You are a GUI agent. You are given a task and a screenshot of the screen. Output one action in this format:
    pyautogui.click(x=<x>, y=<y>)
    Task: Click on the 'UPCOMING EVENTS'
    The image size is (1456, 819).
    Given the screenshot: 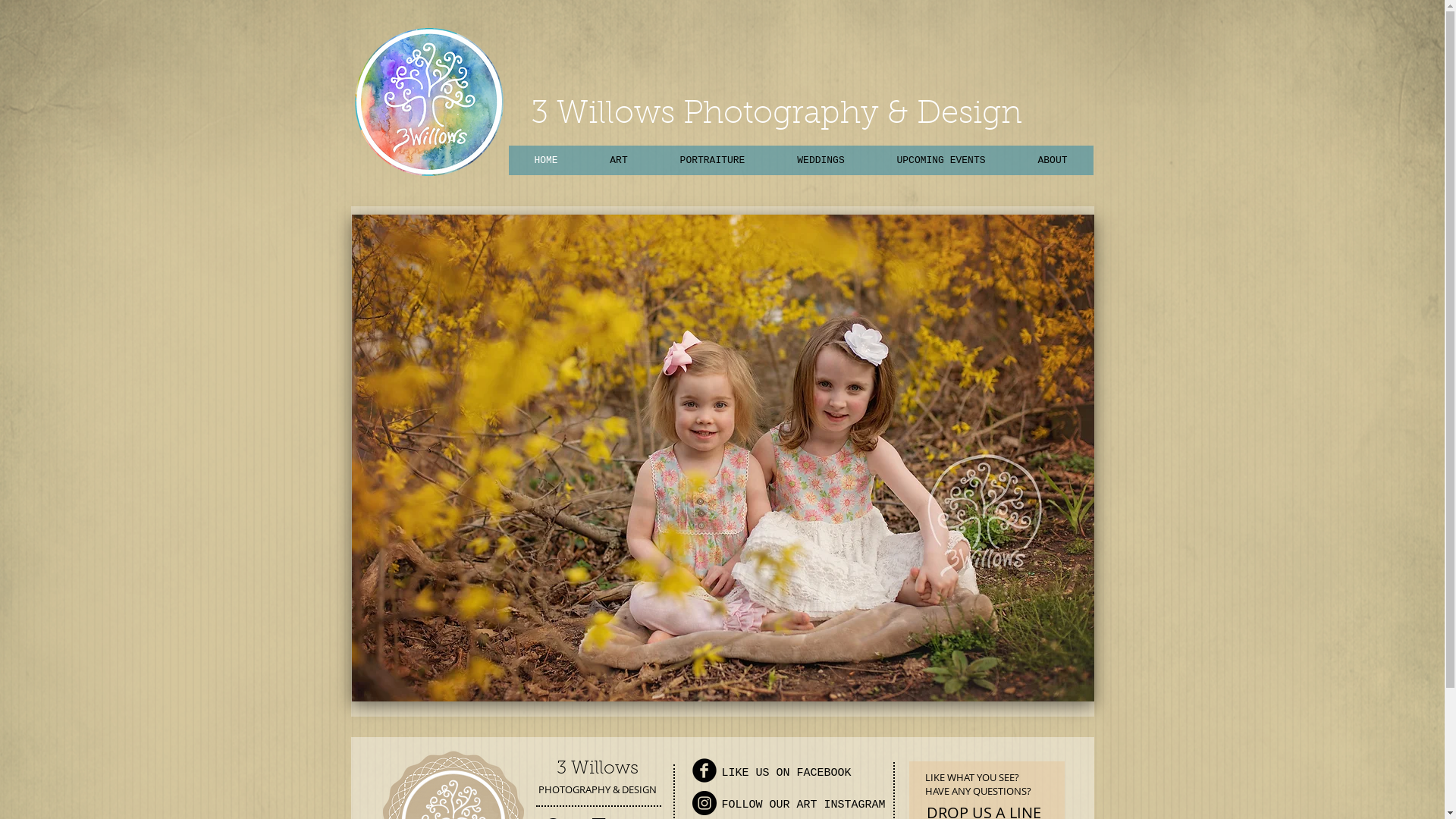 What is the action you would take?
    pyautogui.click(x=940, y=160)
    